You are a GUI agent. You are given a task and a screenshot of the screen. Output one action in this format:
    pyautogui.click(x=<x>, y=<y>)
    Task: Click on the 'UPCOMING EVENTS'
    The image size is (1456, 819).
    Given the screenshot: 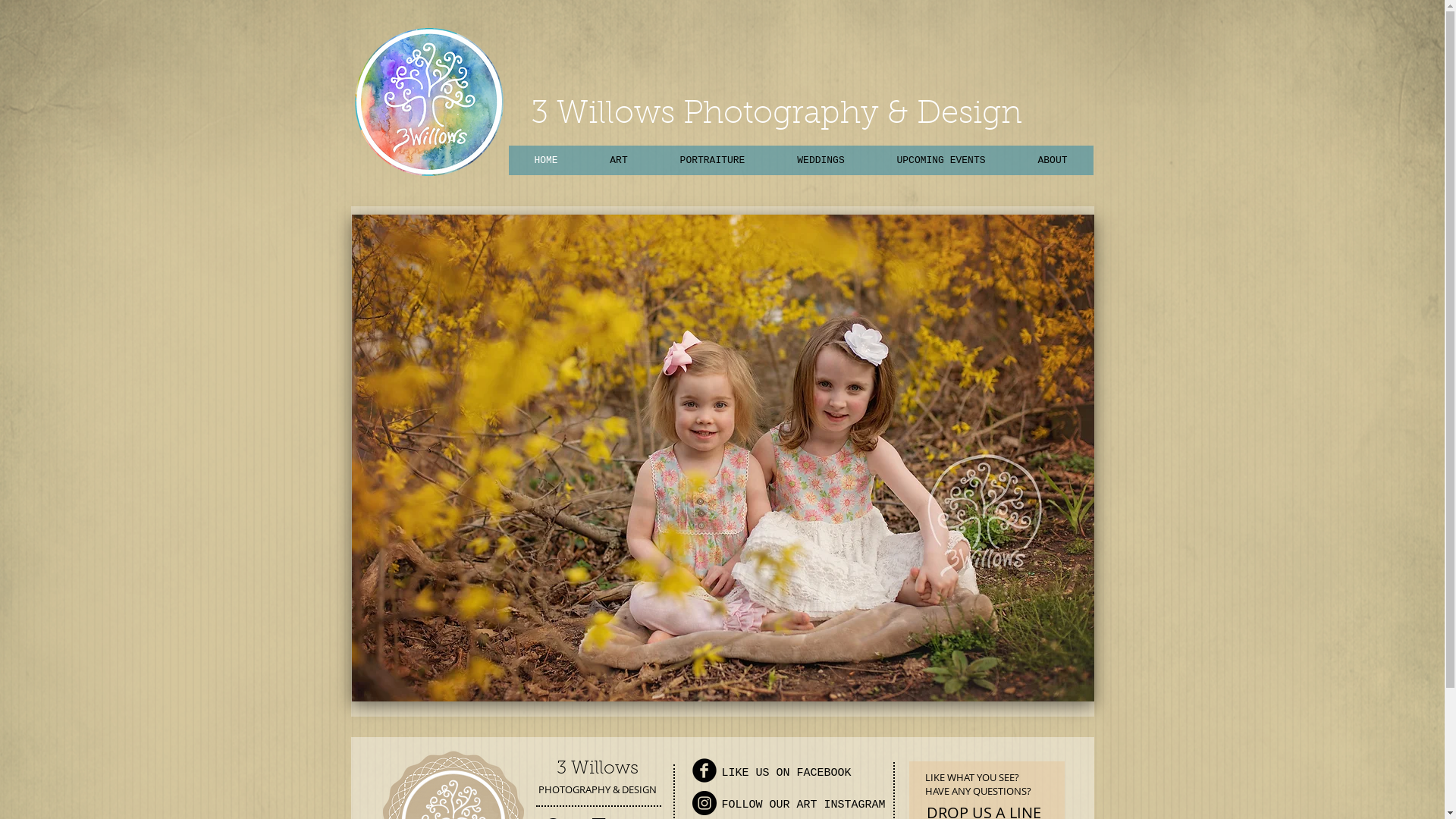 What is the action you would take?
    pyautogui.click(x=940, y=160)
    